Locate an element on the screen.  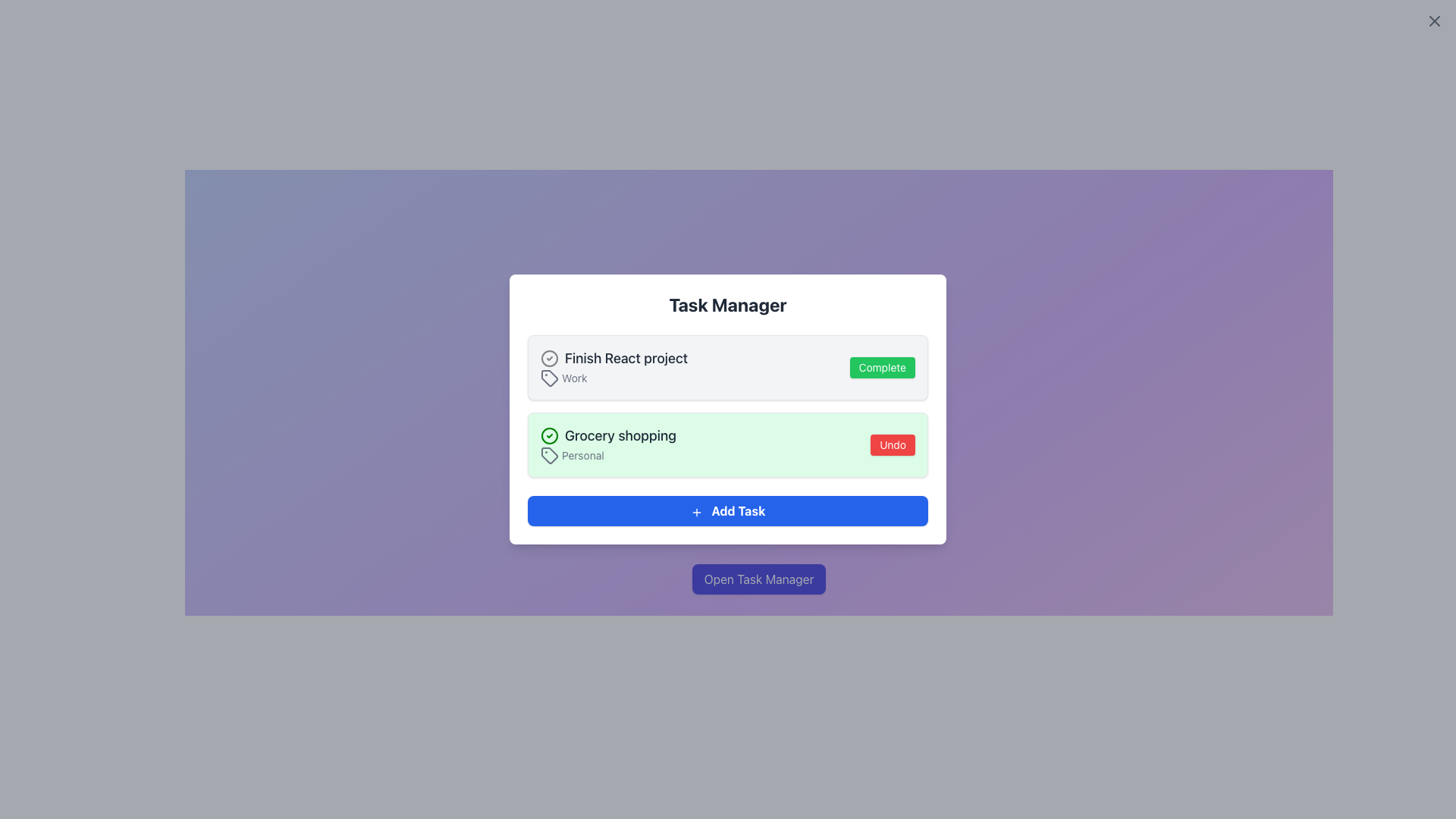
the addition icon inside the blue 'Add Task' button located near the center-bottom of the interface is located at coordinates (695, 512).